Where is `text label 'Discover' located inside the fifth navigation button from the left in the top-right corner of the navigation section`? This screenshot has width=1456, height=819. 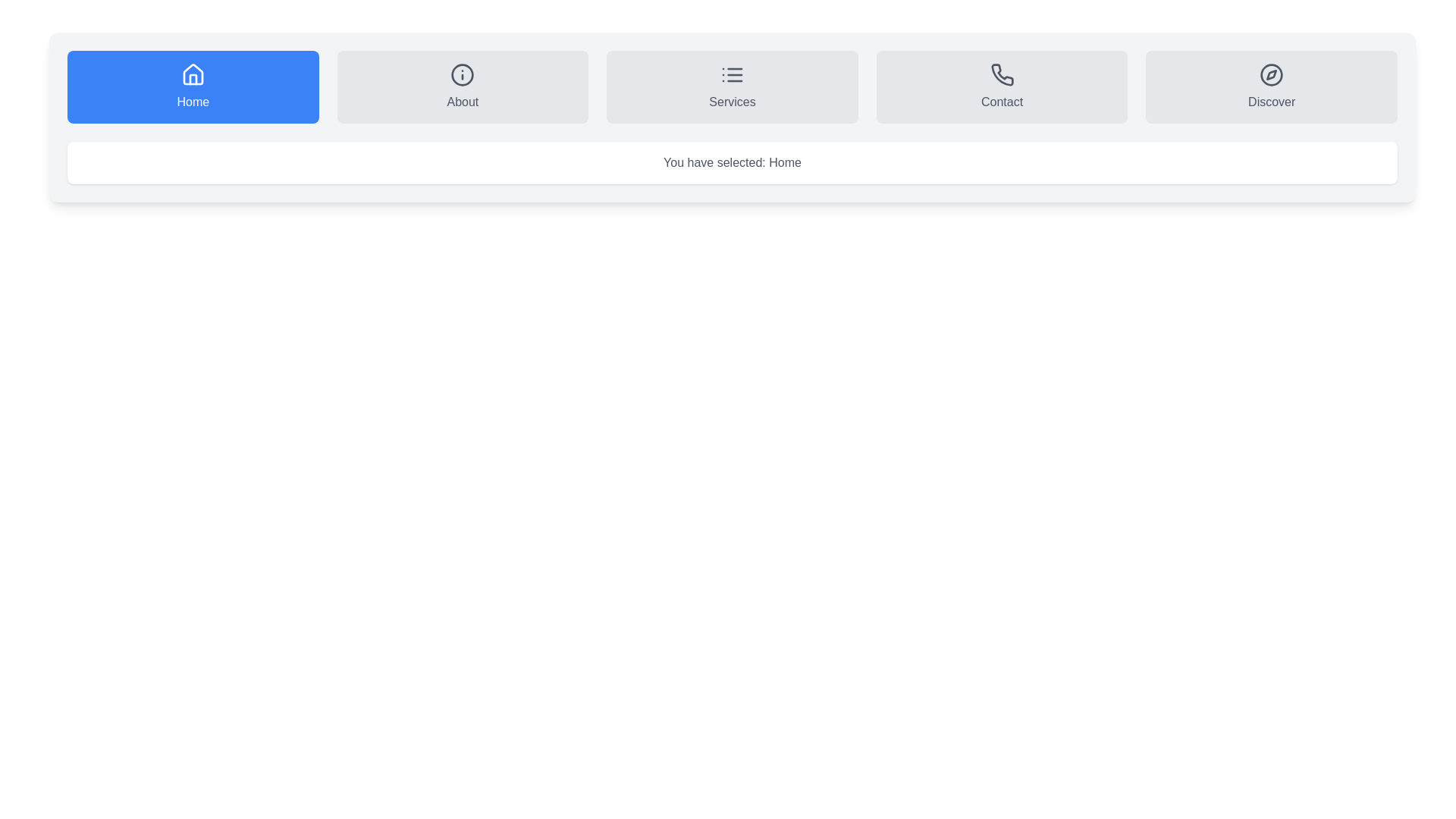
text label 'Discover' located inside the fifth navigation button from the left in the top-right corner of the navigation section is located at coordinates (1272, 102).